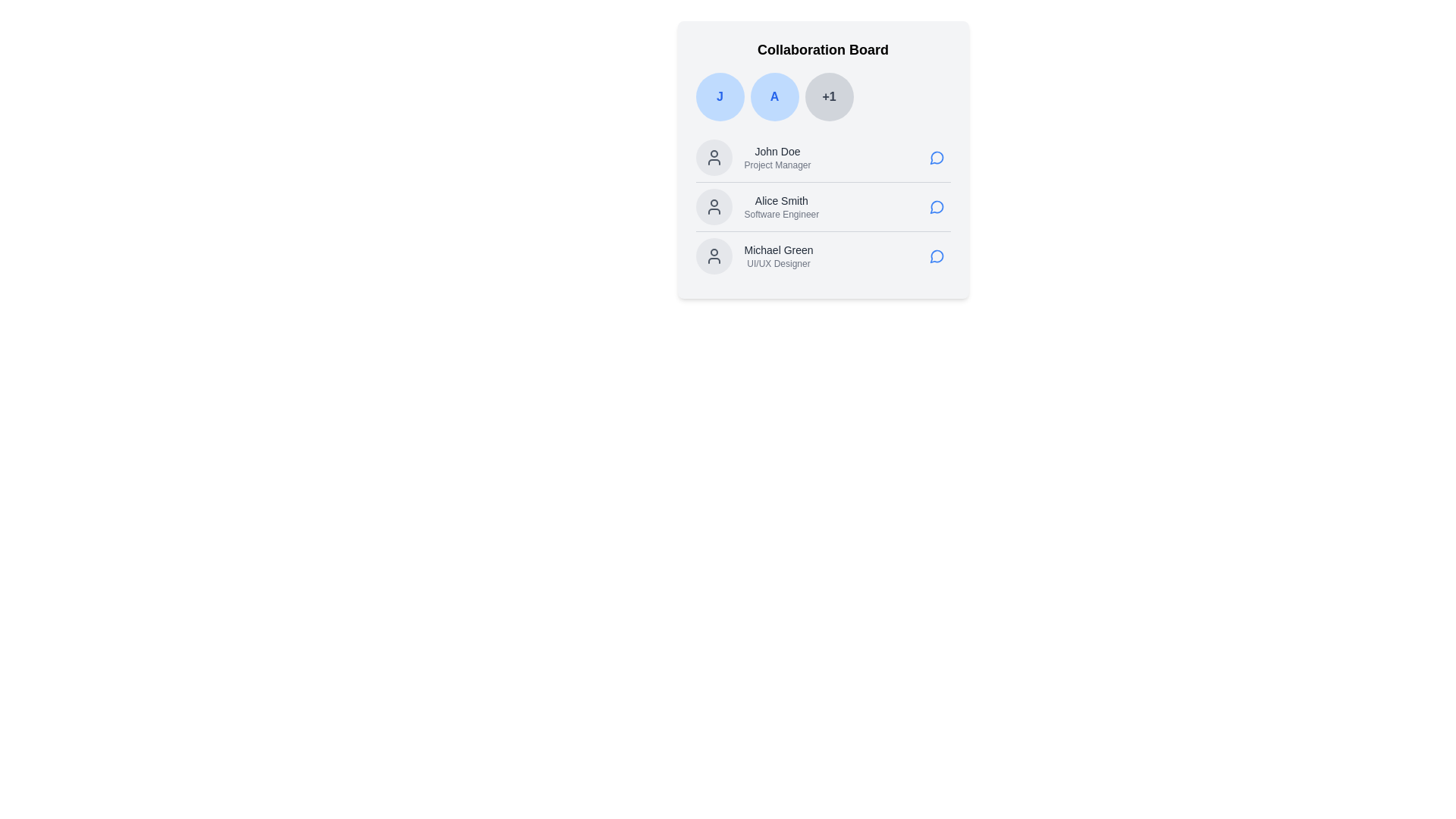  Describe the element at coordinates (828, 96) in the screenshot. I see `the third circular badge or counter in the horizontal row within the 'Collaboration Board' interface` at that location.